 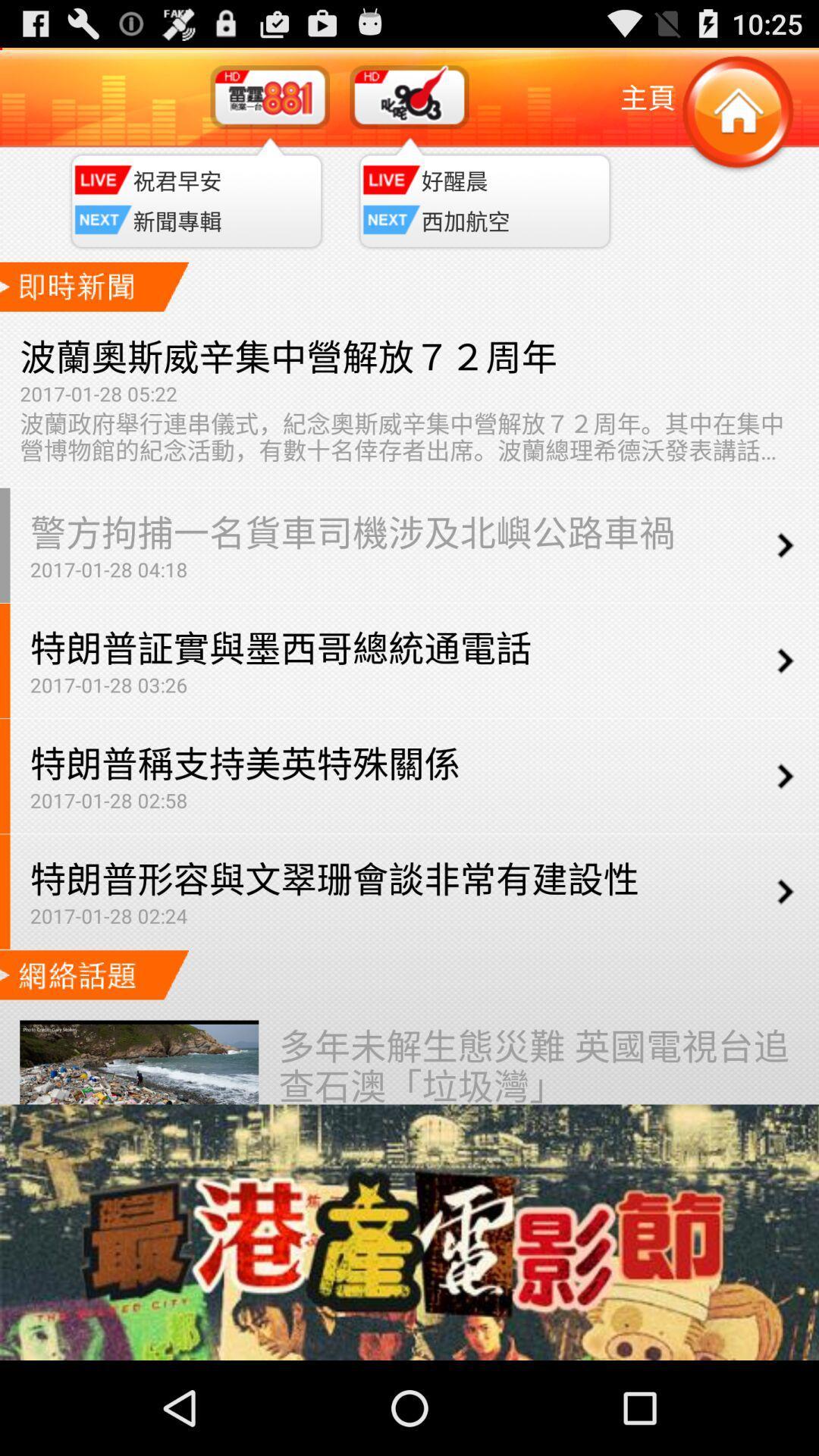 What do you see at coordinates (736, 112) in the screenshot?
I see `home button` at bounding box center [736, 112].